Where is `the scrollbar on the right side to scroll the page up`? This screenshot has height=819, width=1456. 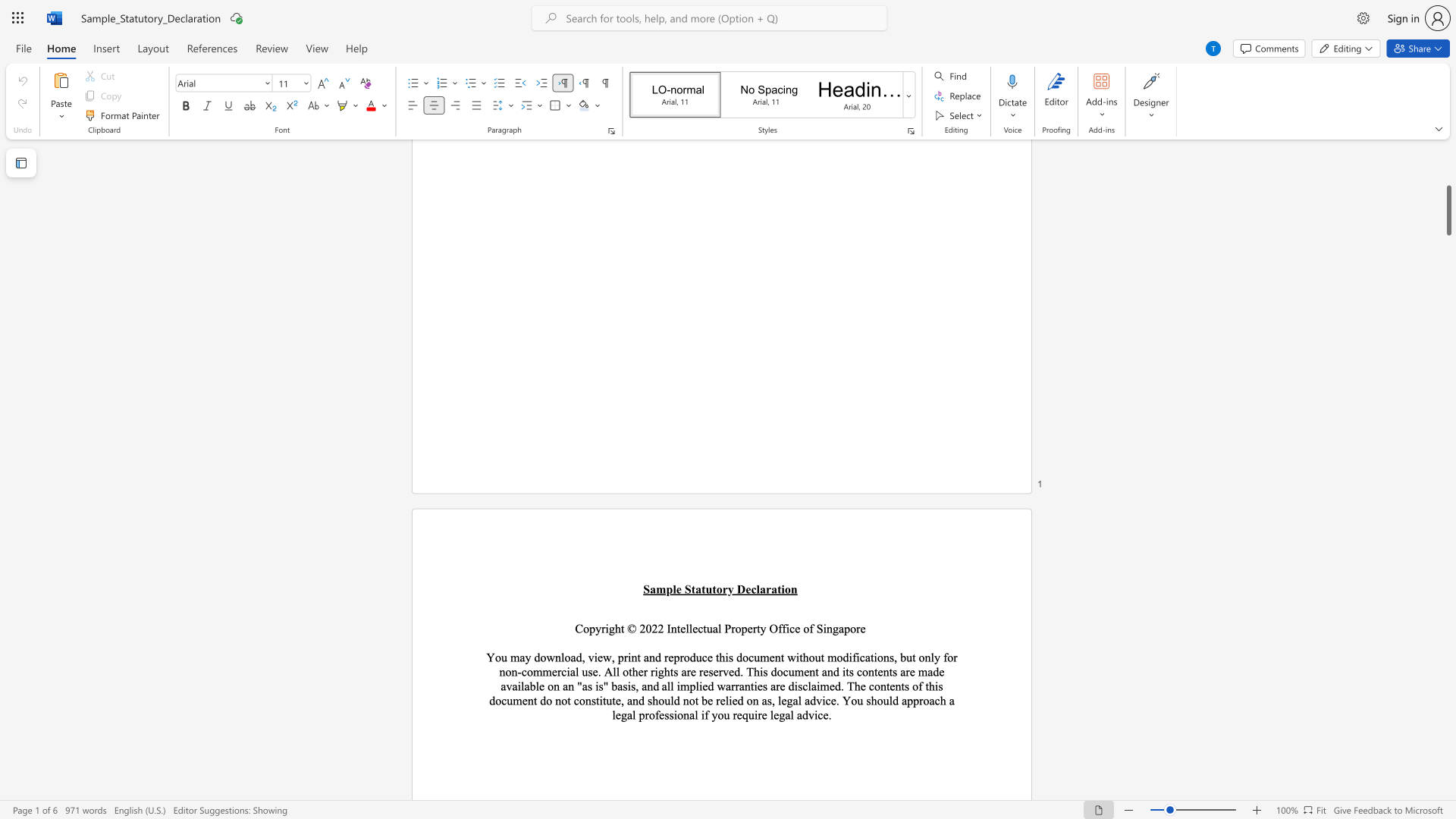 the scrollbar on the right side to scroll the page up is located at coordinates (1448, 265).